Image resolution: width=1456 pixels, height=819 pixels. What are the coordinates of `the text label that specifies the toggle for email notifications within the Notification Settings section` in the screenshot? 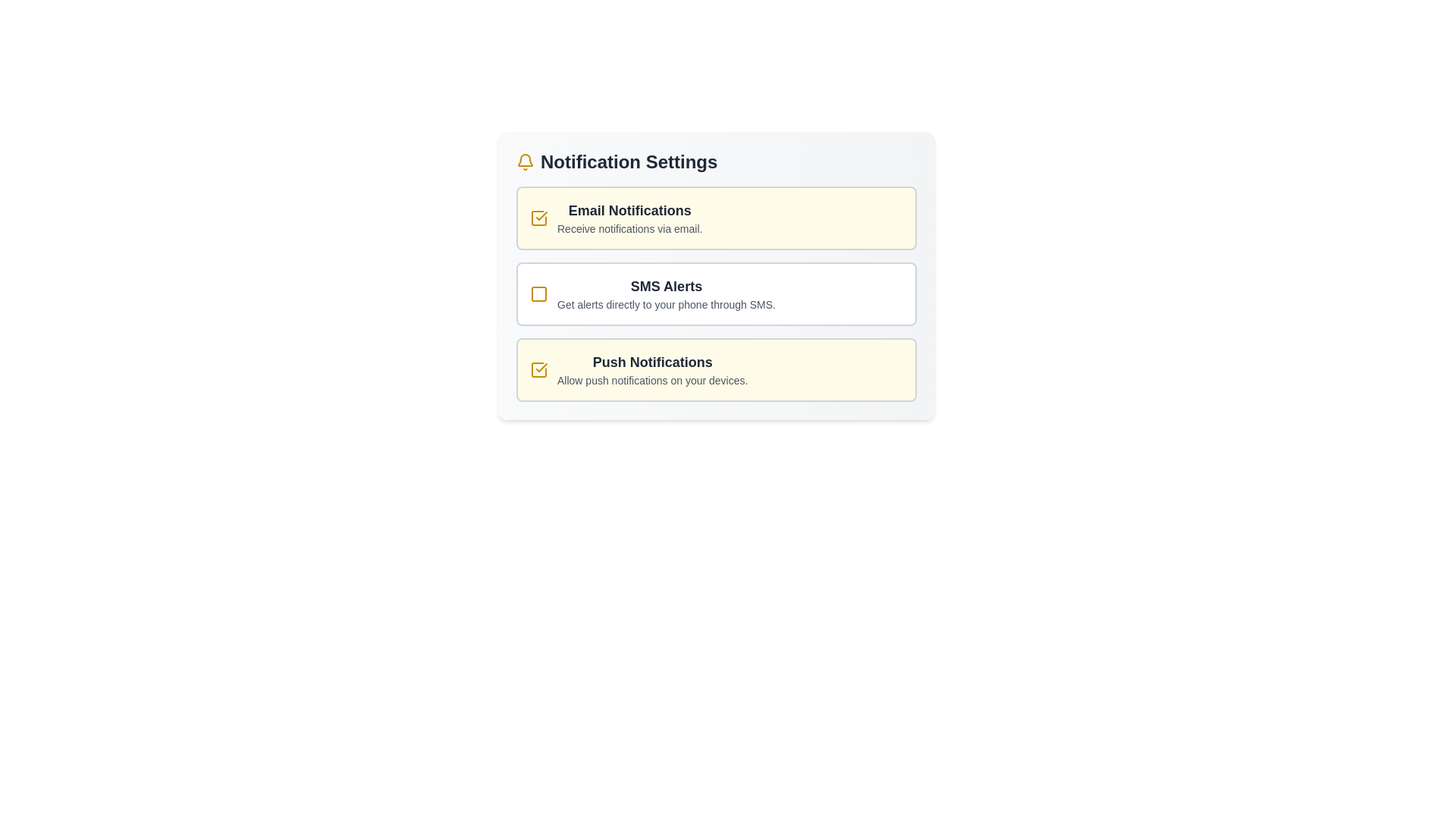 It's located at (629, 218).